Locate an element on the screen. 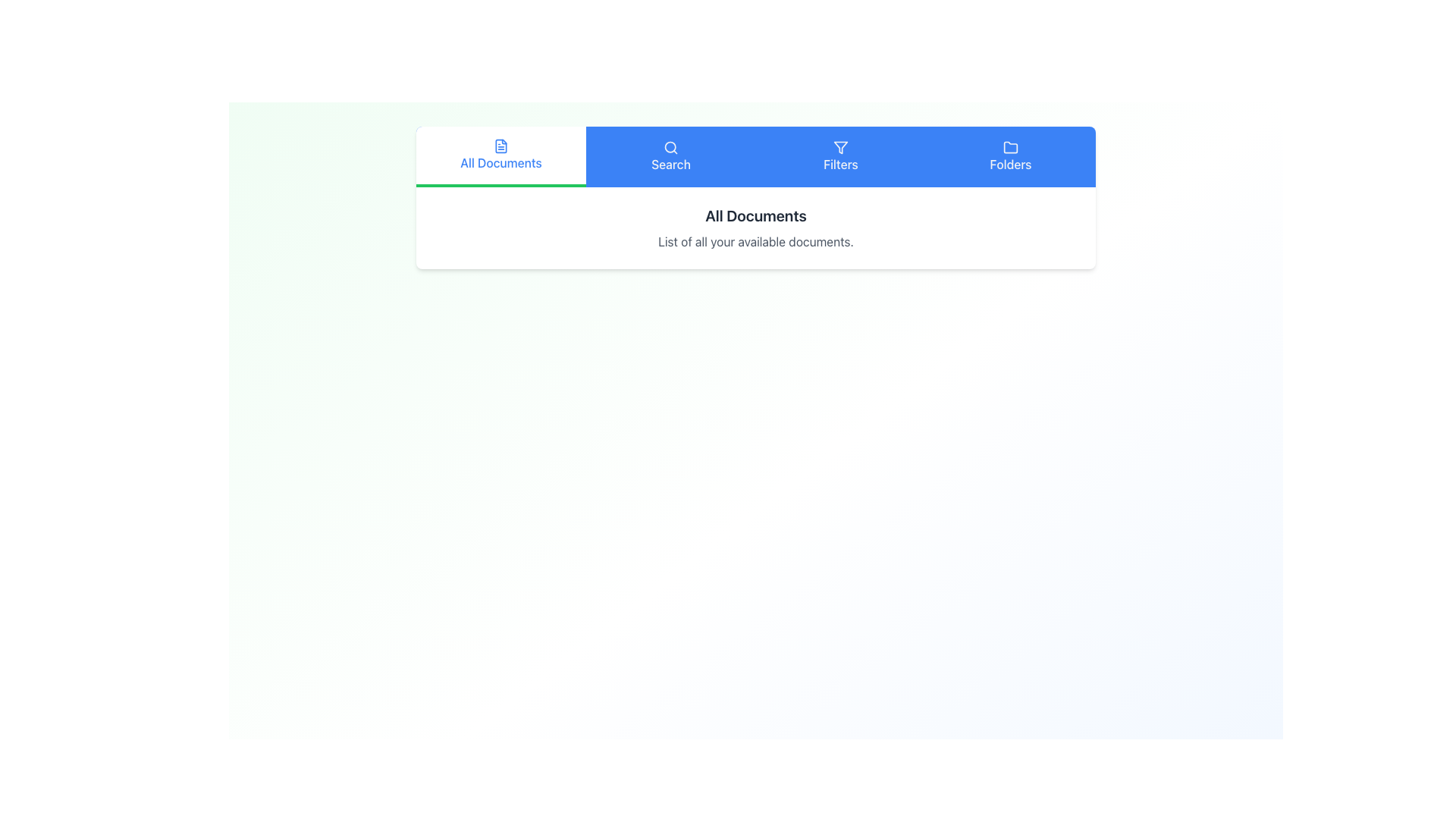 This screenshot has width=1456, height=819. the text label that serves as a title for the filtering functionality, positioned in the center of the navigation bar between 'Search' and 'Folders' is located at coordinates (839, 164).